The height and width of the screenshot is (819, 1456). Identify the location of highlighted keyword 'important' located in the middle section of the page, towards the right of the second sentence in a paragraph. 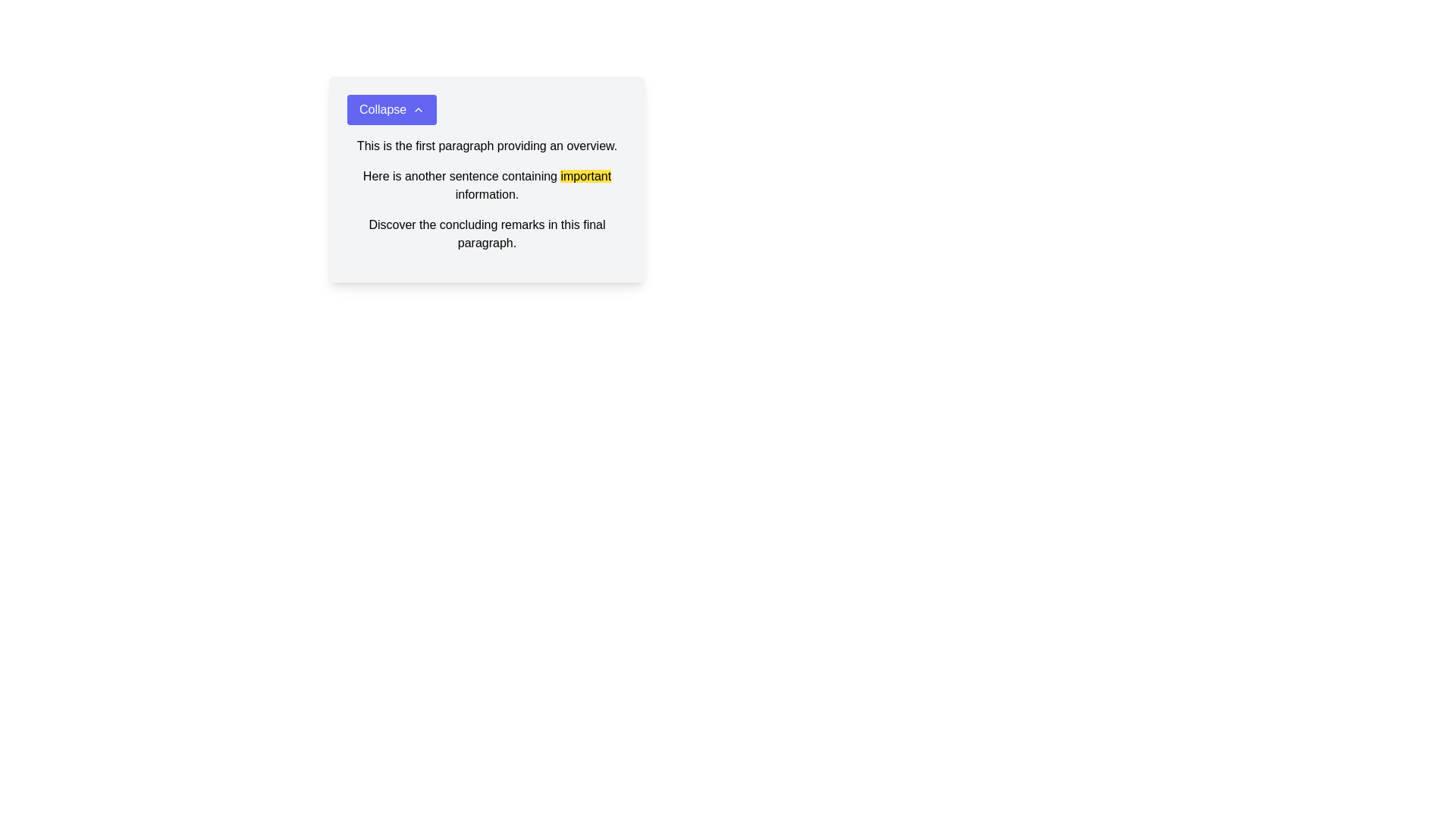
(585, 175).